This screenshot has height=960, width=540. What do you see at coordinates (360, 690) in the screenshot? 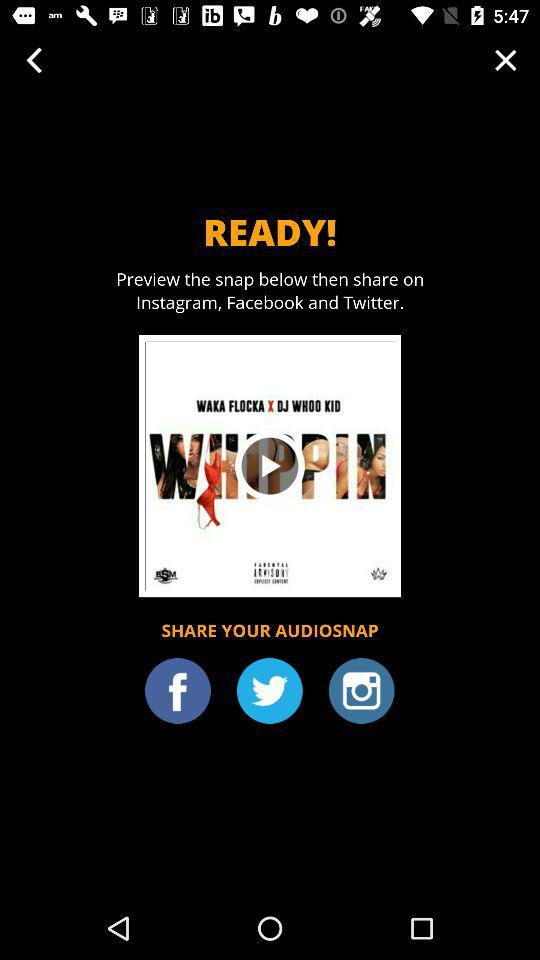
I see `the photo icon` at bounding box center [360, 690].